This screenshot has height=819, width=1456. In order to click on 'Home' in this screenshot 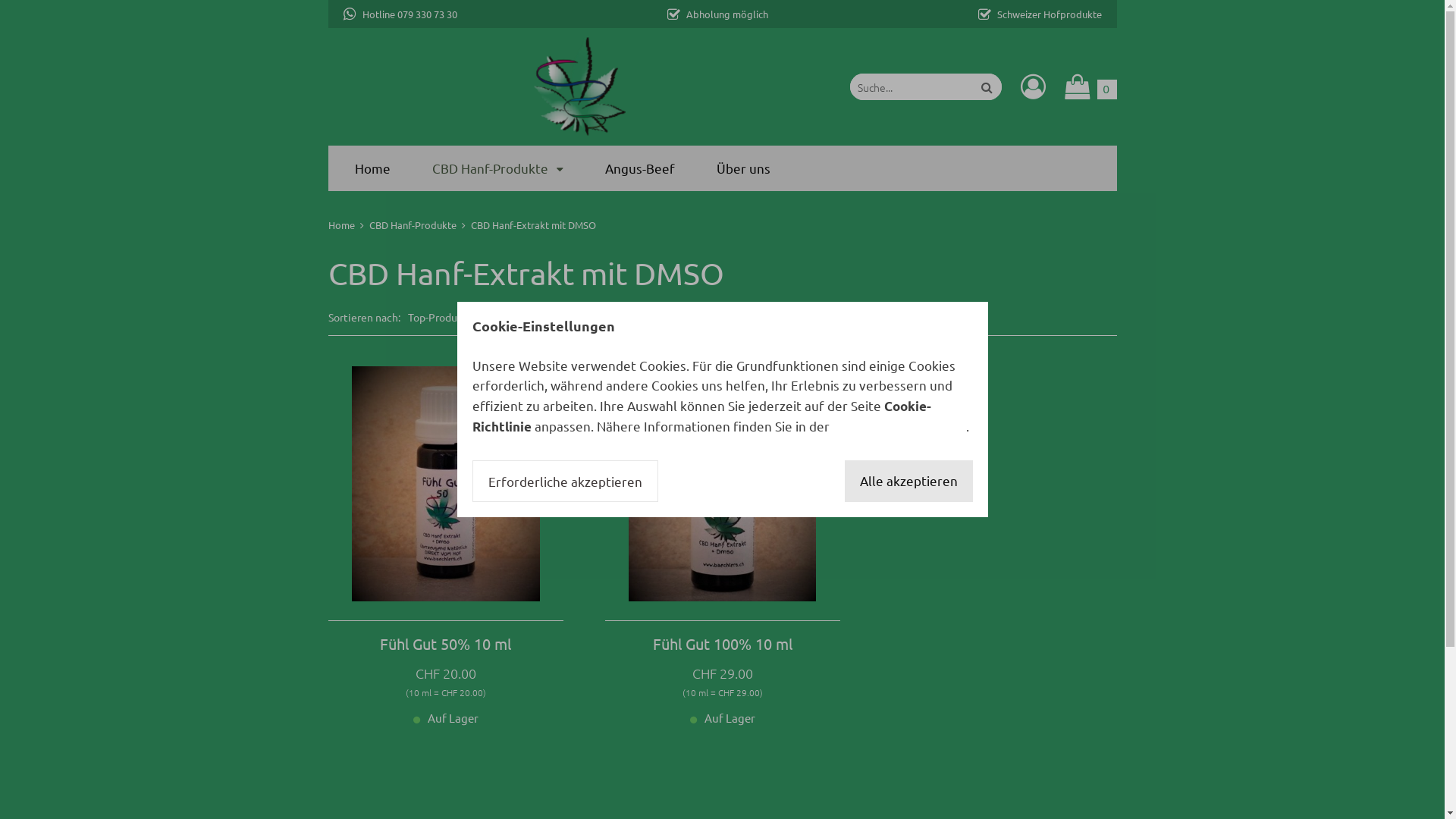, I will do `click(372, 168)`.